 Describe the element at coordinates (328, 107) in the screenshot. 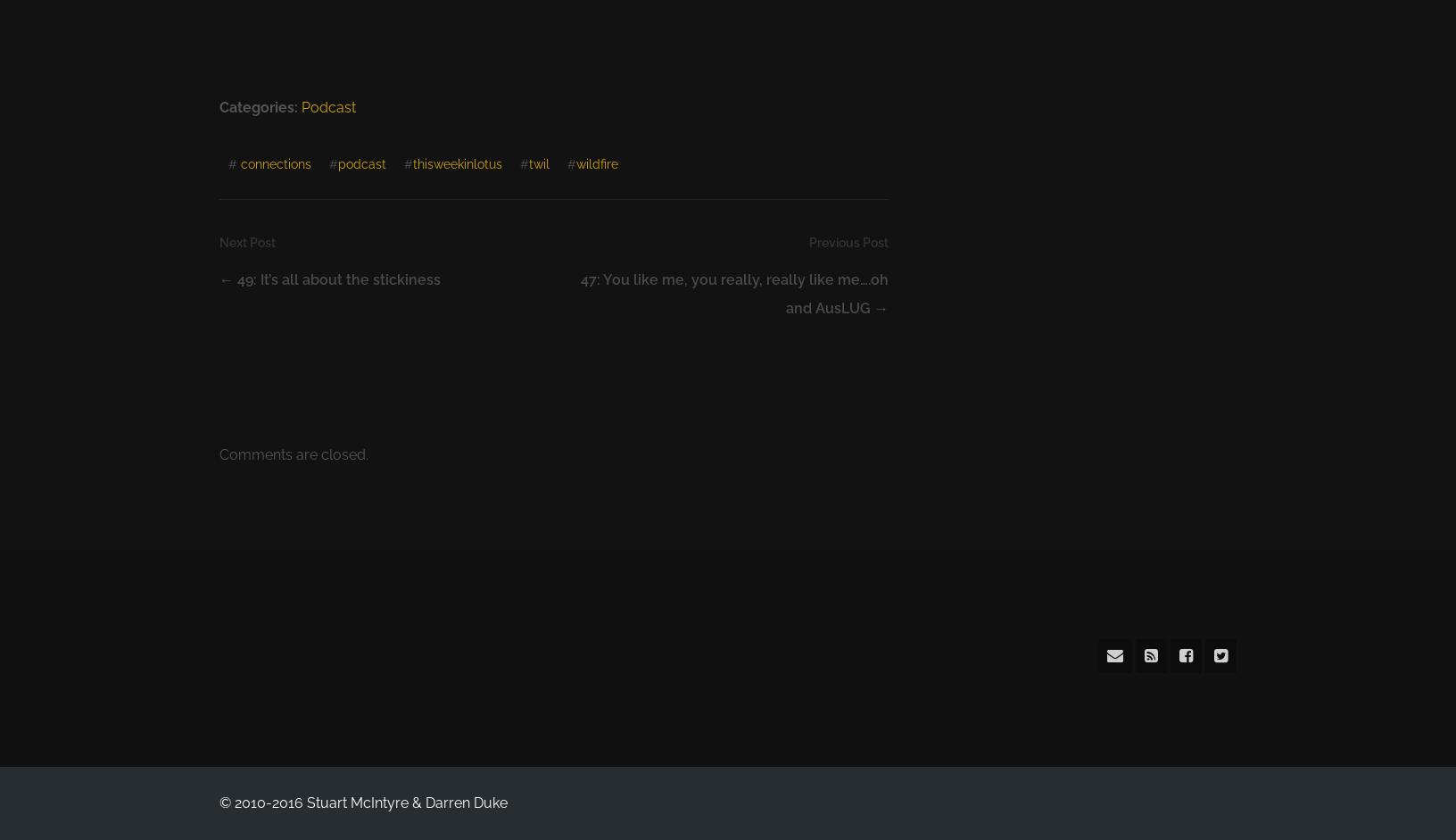

I see `'Podcast'` at that location.